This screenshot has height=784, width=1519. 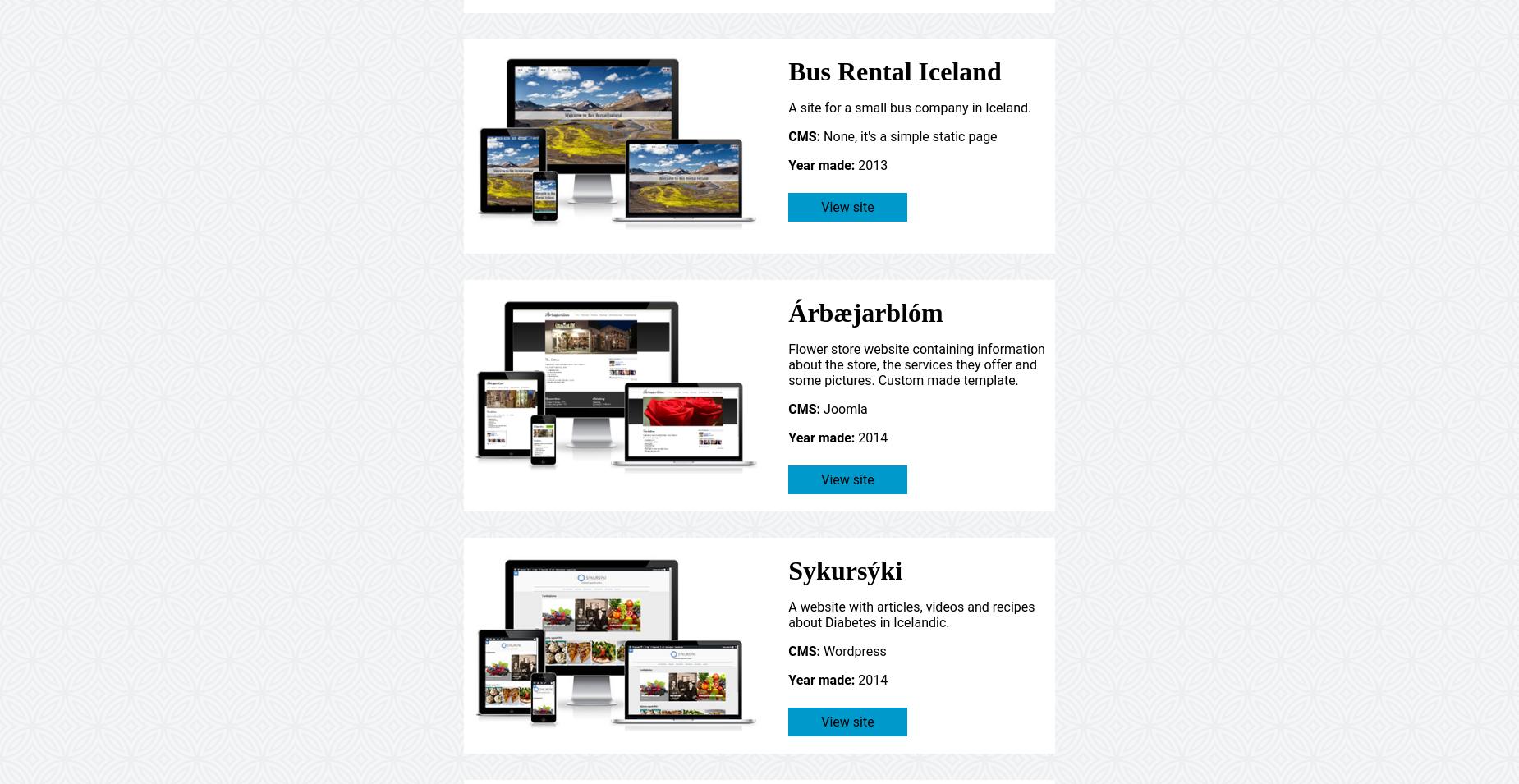 I want to click on 'Wordpress', so click(x=851, y=649).